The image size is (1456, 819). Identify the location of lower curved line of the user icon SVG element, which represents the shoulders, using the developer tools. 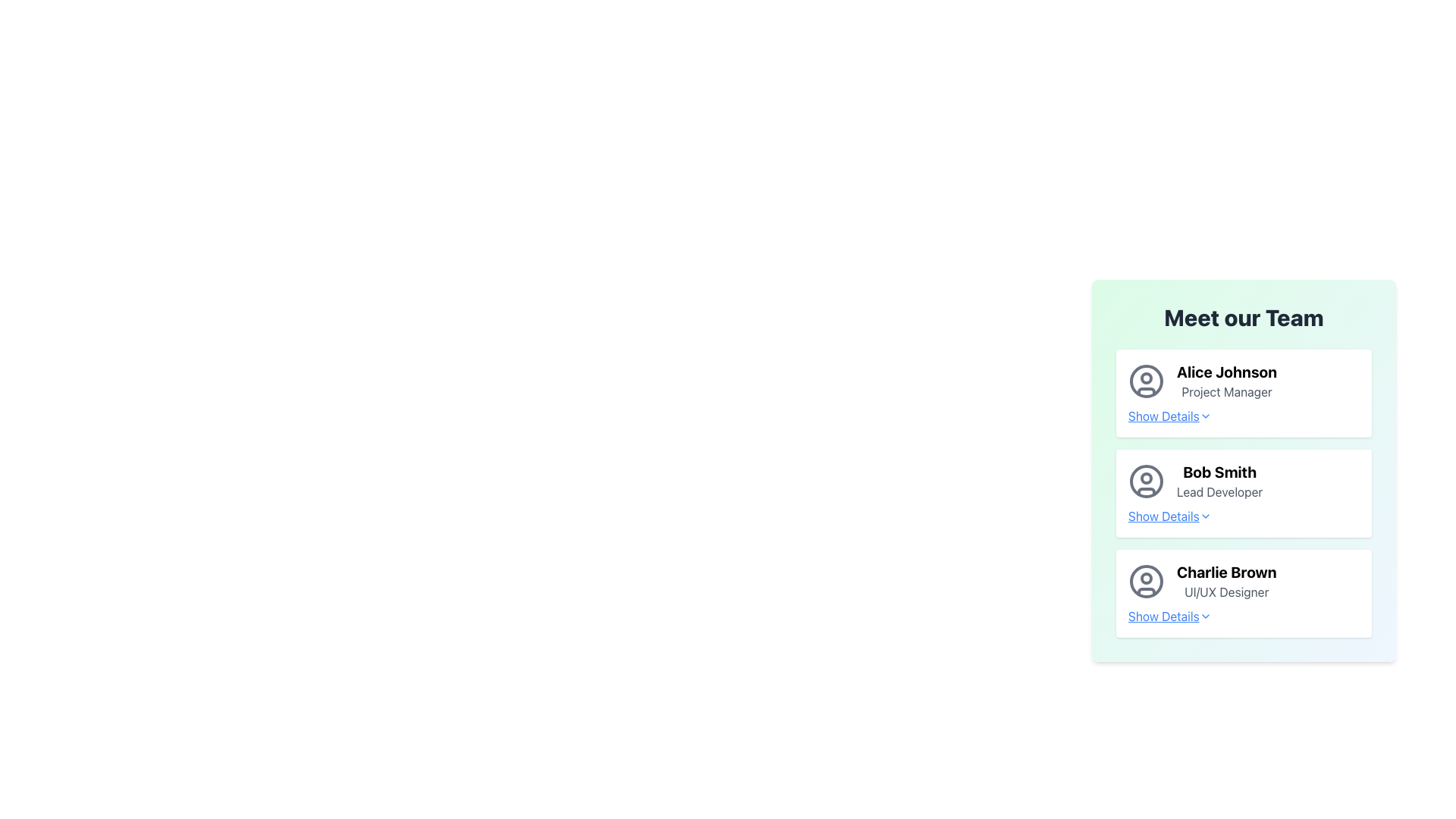
(1147, 391).